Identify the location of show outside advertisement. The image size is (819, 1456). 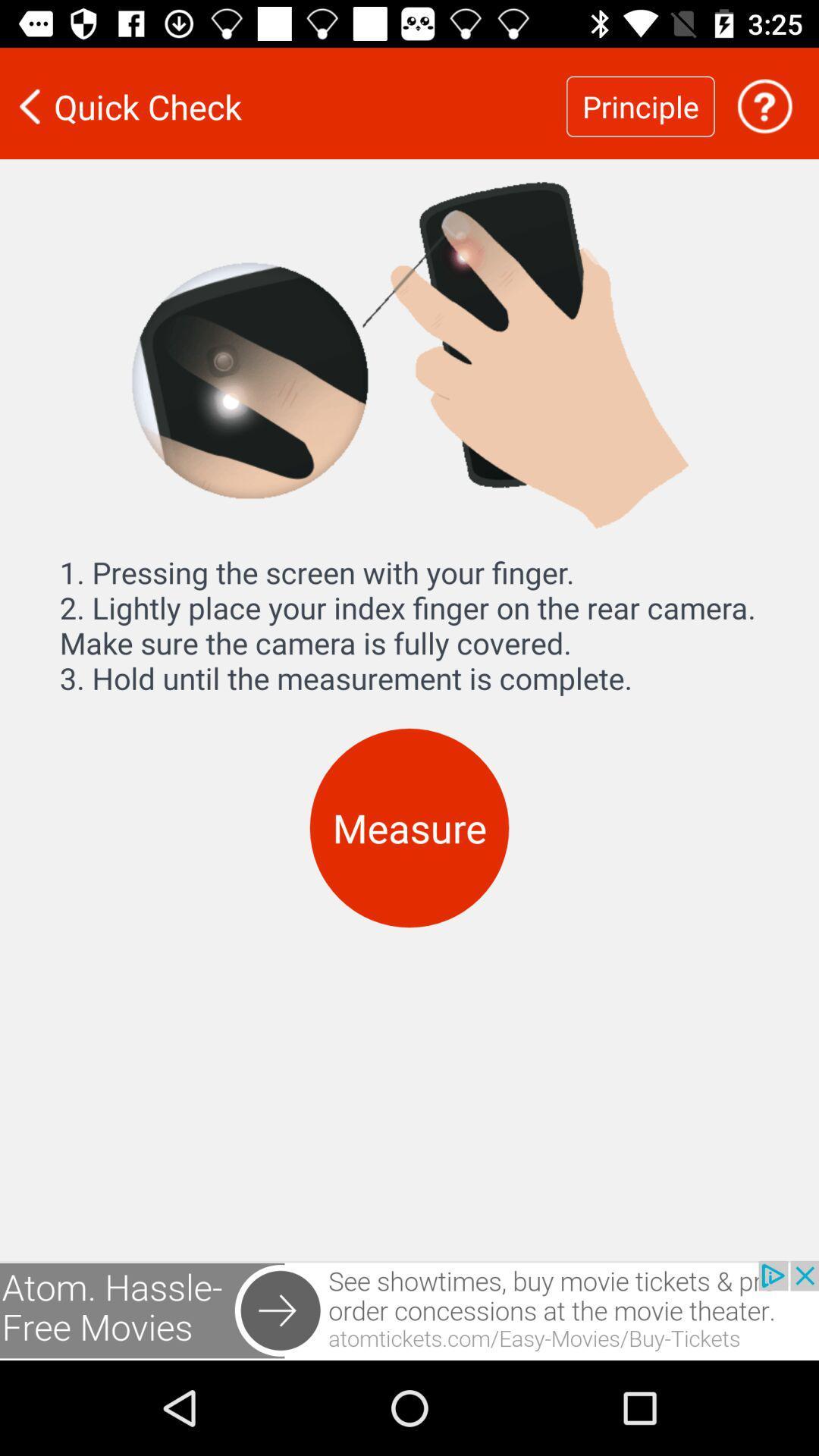
(409, 1310).